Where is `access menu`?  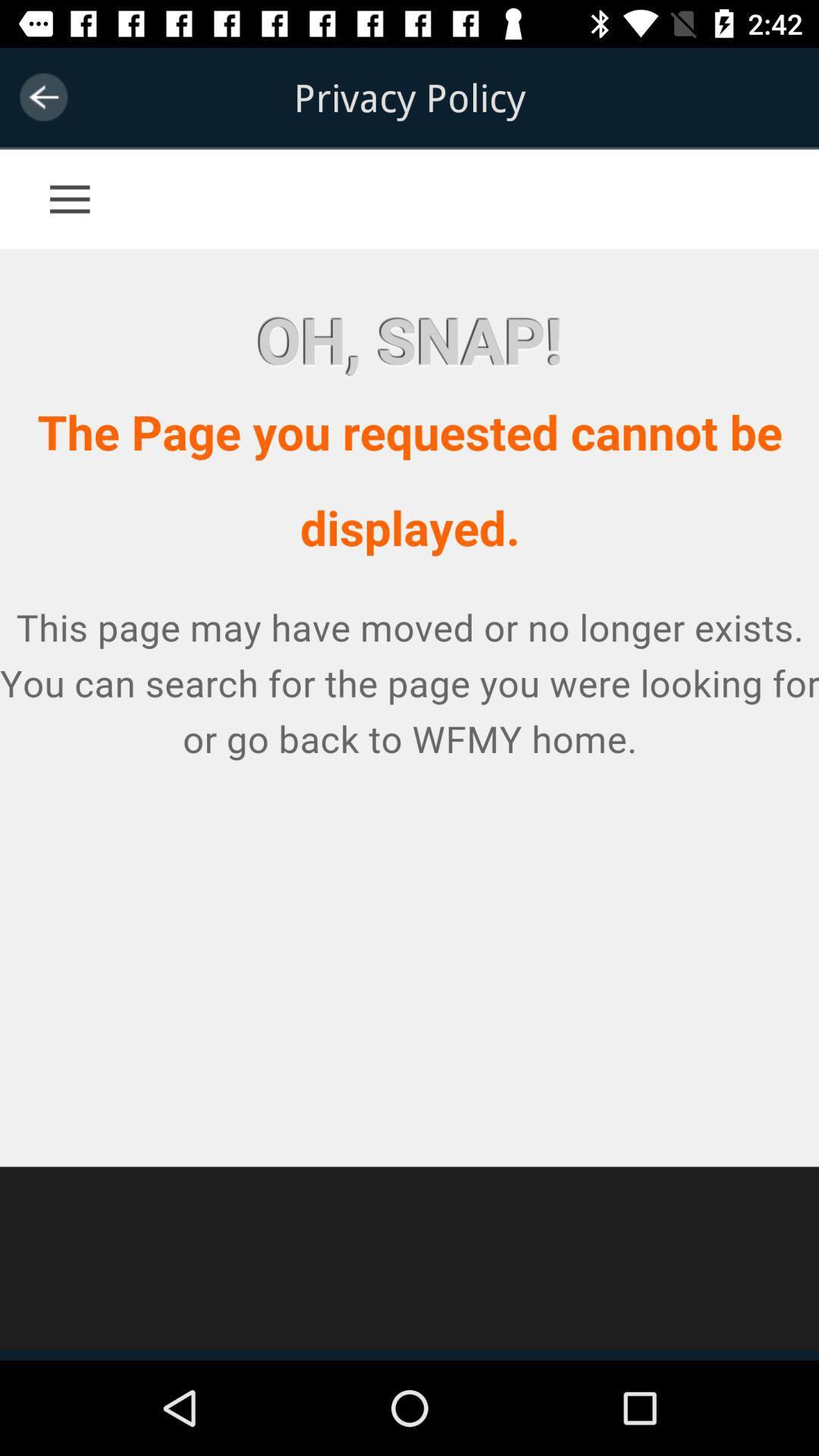
access menu is located at coordinates (99, 182).